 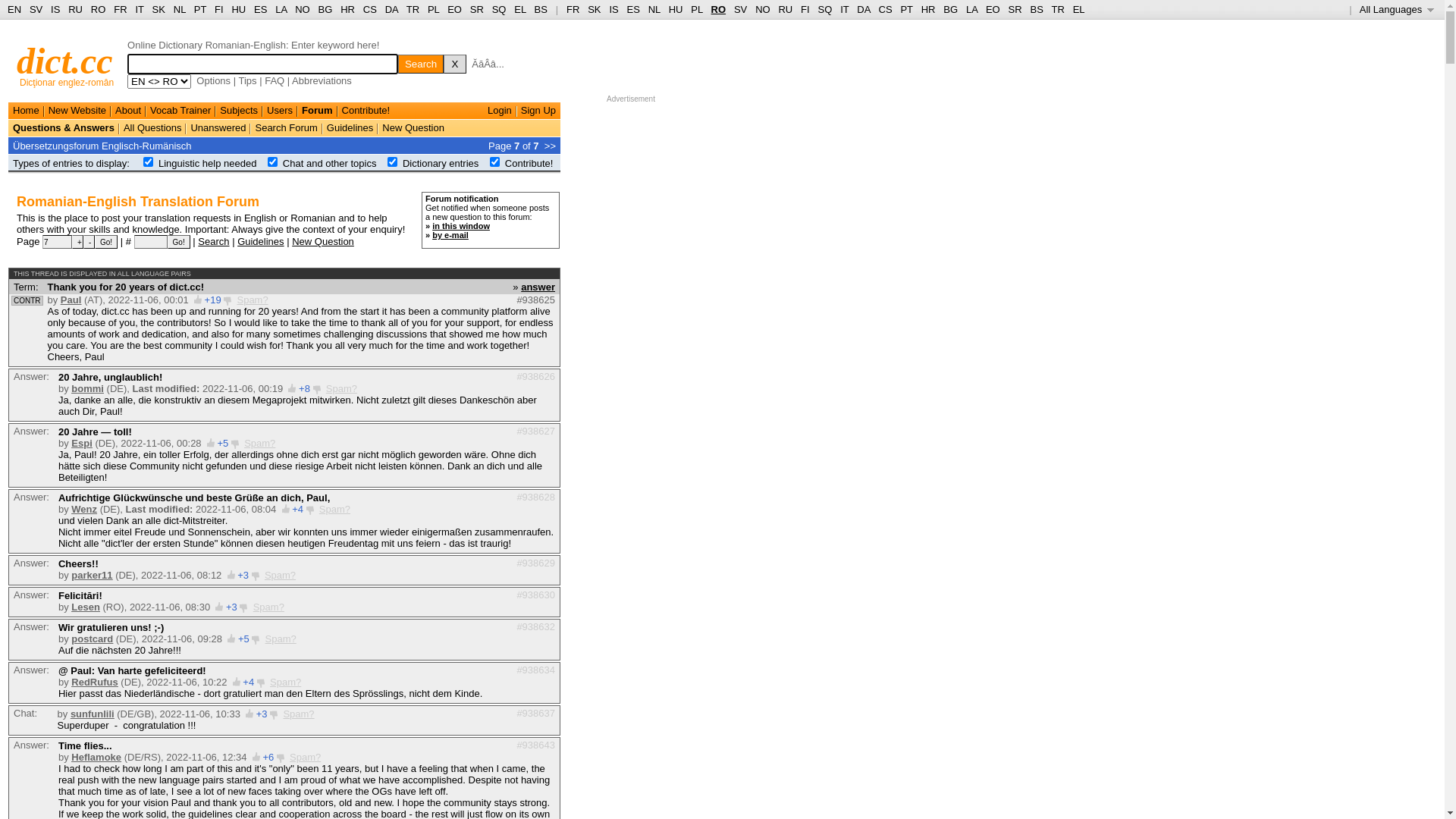 What do you see at coordinates (366, 109) in the screenshot?
I see `'Contribute!'` at bounding box center [366, 109].